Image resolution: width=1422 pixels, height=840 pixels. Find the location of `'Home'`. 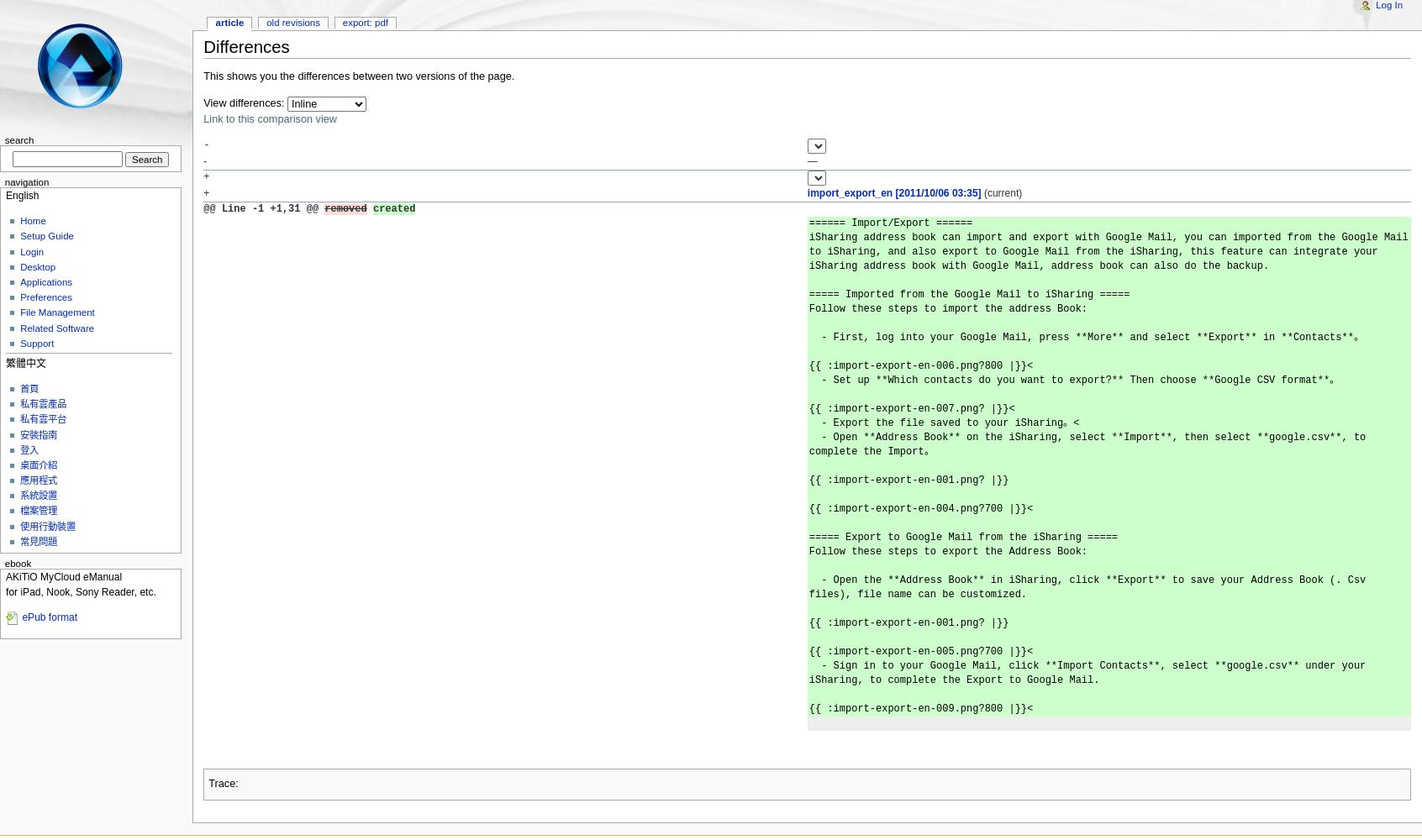

'Home' is located at coordinates (31, 221).